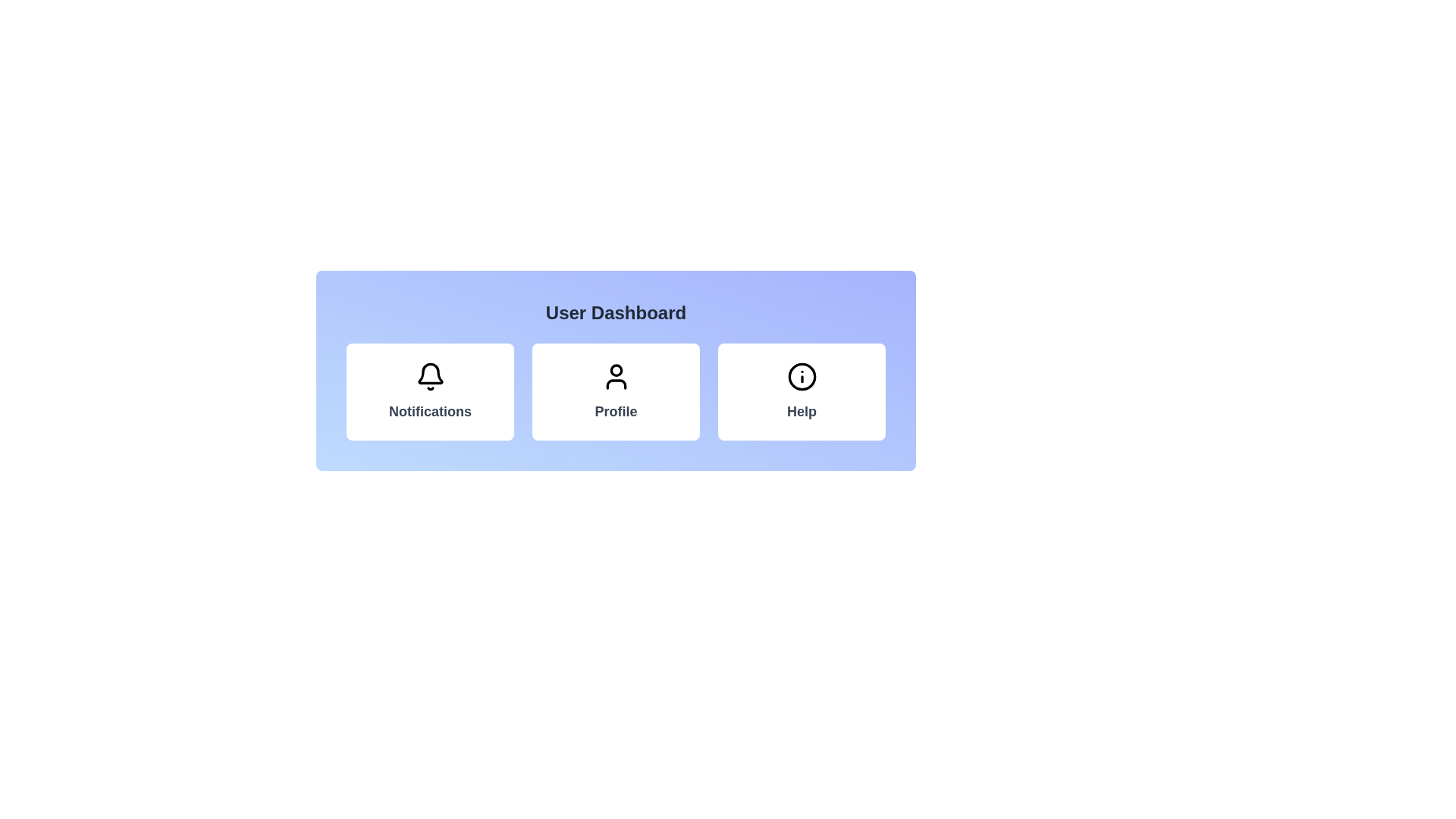 The height and width of the screenshot is (819, 1456). What do you see at coordinates (616, 376) in the screenshot?
I see `the user profile icon, which is a minimalistic line drawing of a person with a circular head and shoulders, located within the 'Profile' card` at bounding box center [616, 376].